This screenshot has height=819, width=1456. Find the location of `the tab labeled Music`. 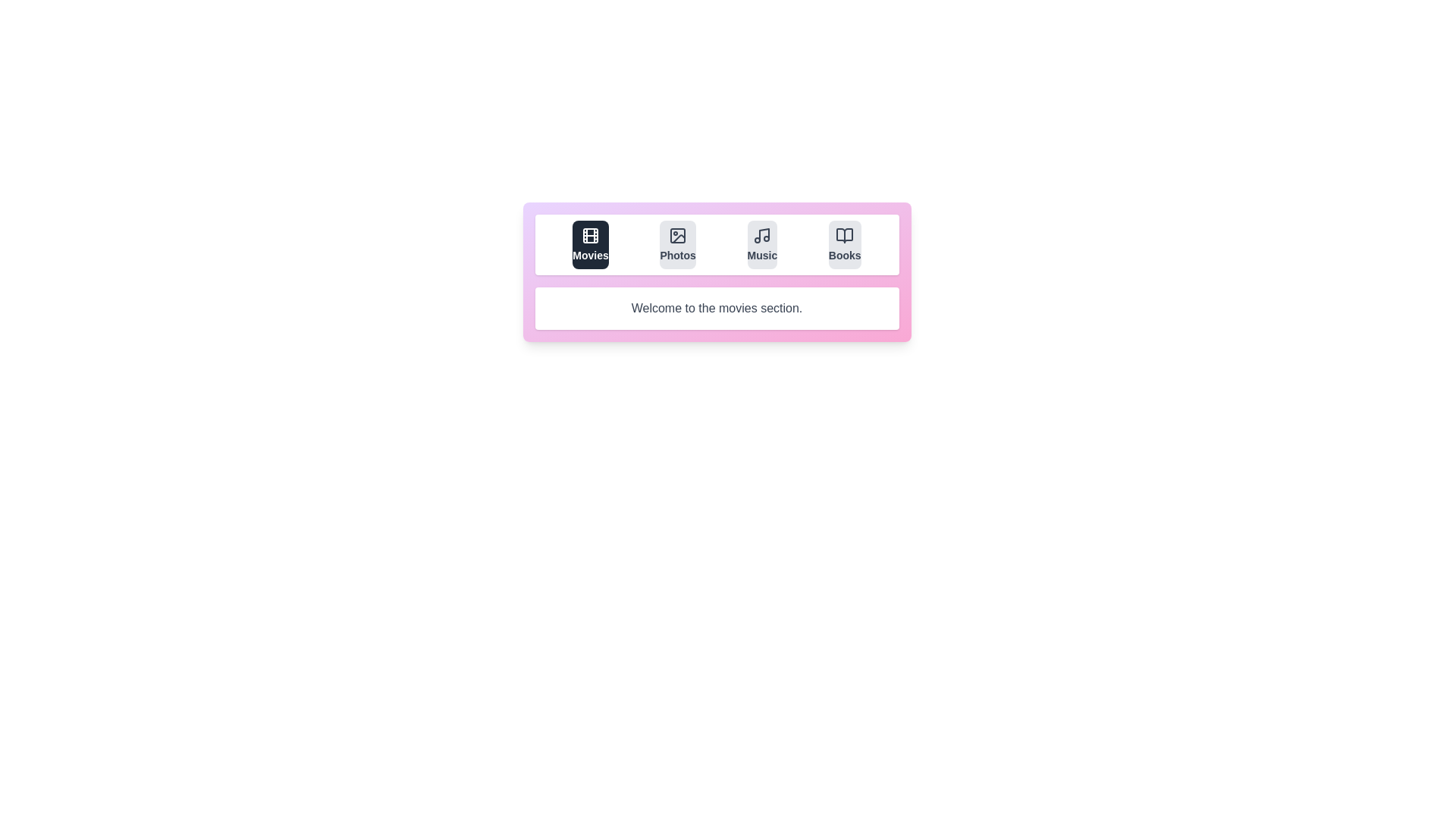

the tab labeled Music is located at coordinates (762, 244).